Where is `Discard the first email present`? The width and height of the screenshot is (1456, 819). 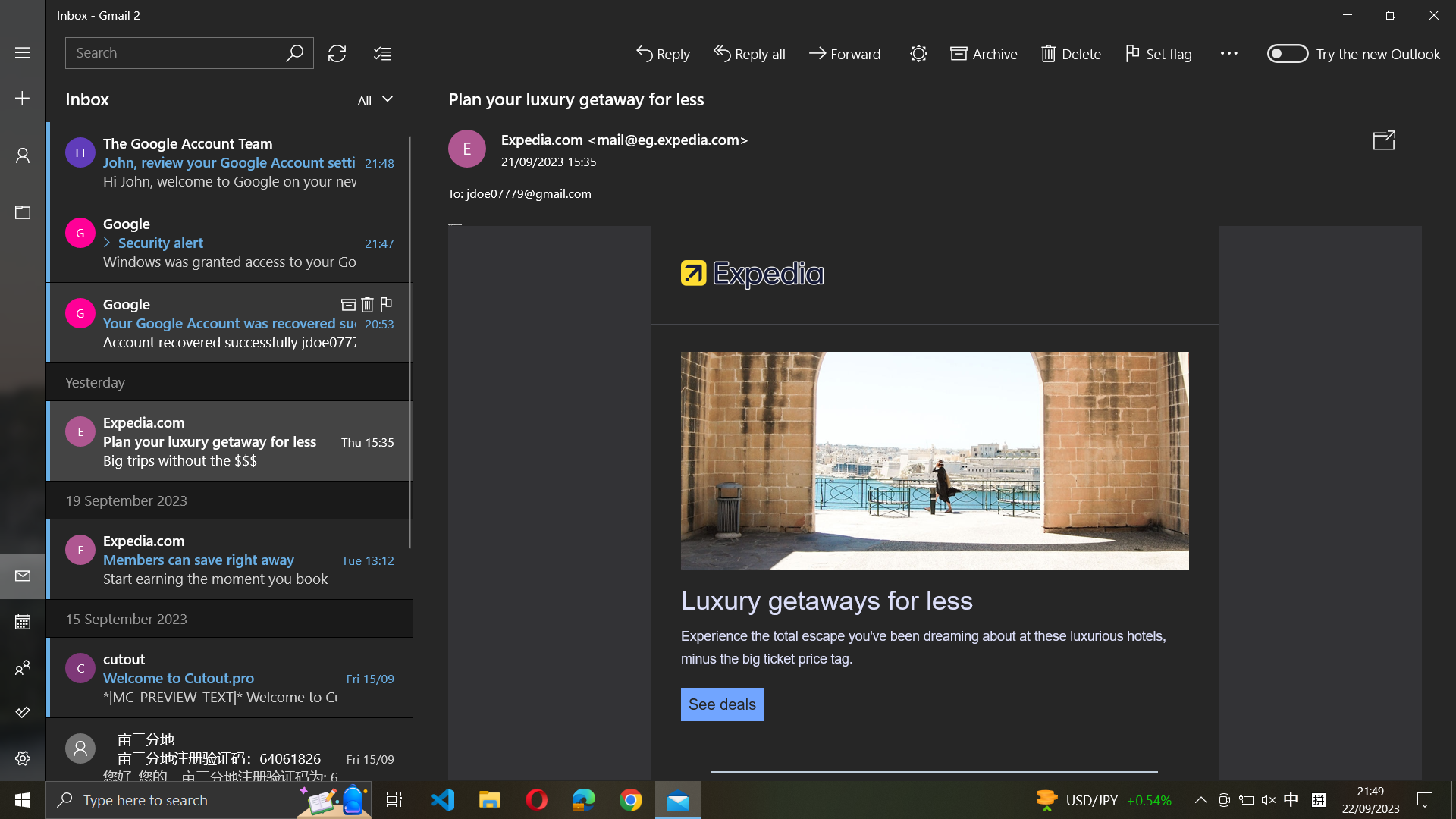 Discard the first email present is located at coordinates (229, 161).